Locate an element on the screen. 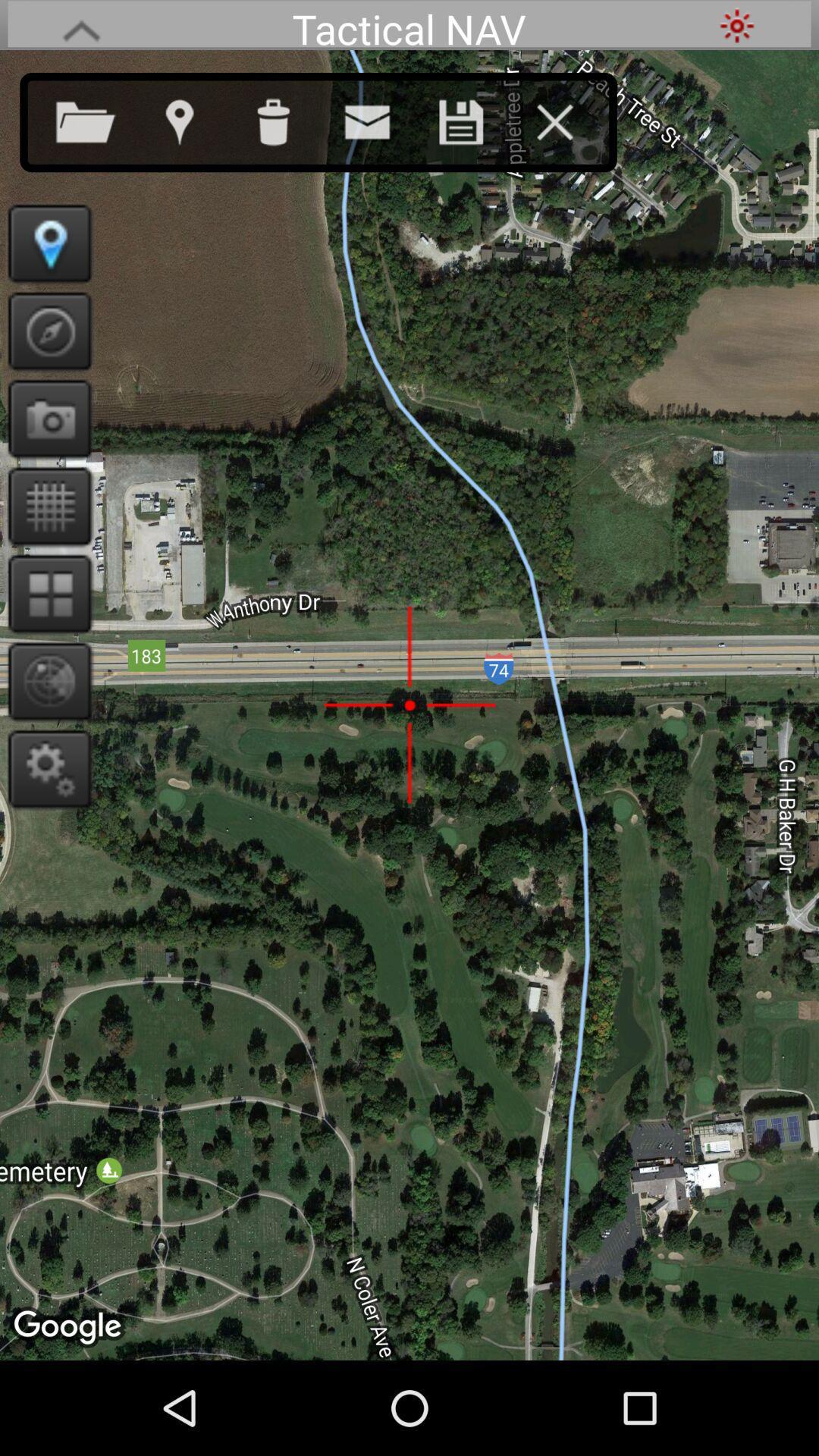  search closely is located at coordinates (44, 680).